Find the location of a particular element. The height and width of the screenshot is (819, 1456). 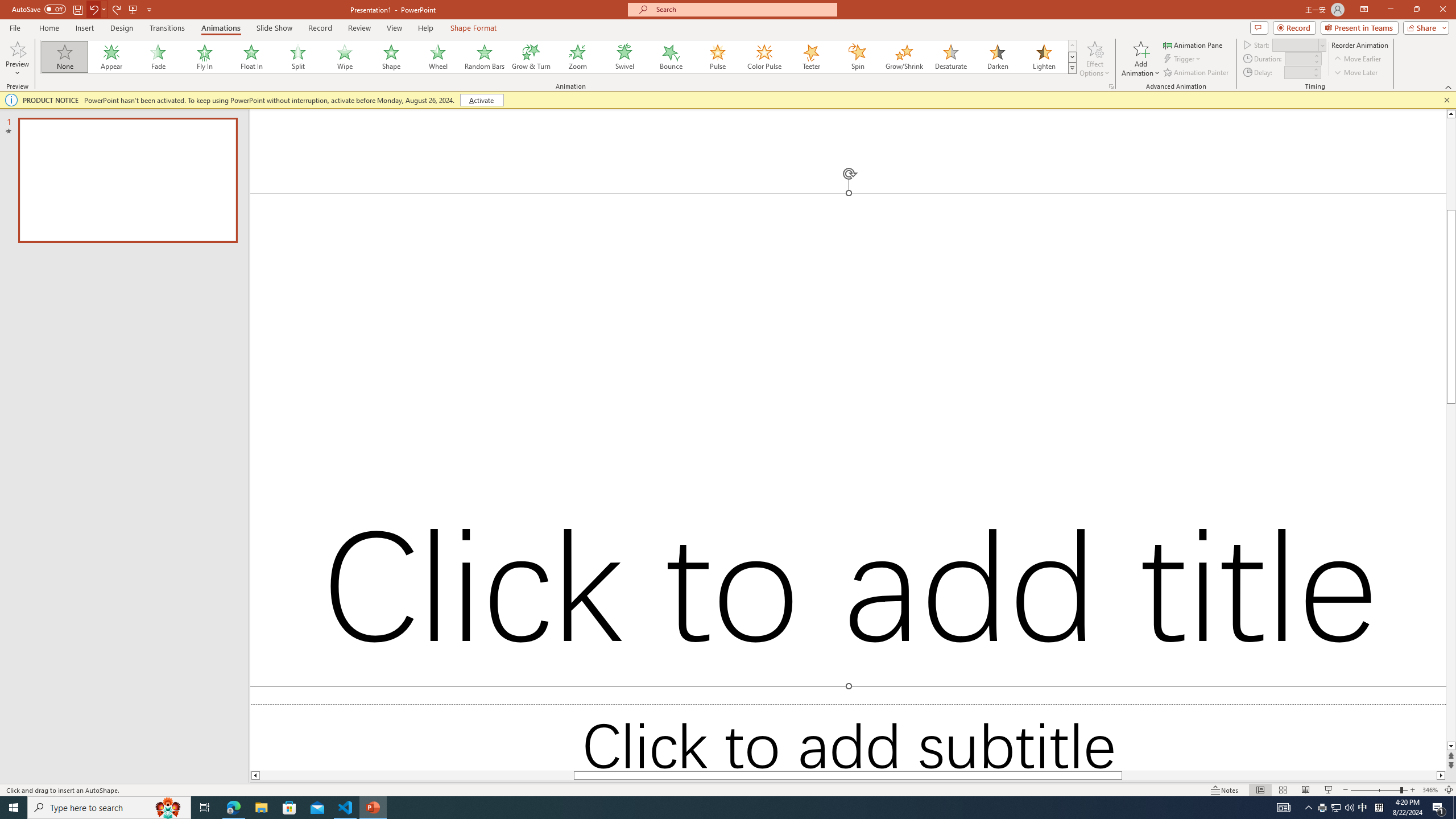

'Swivel' is located at coordinates (624, 56).